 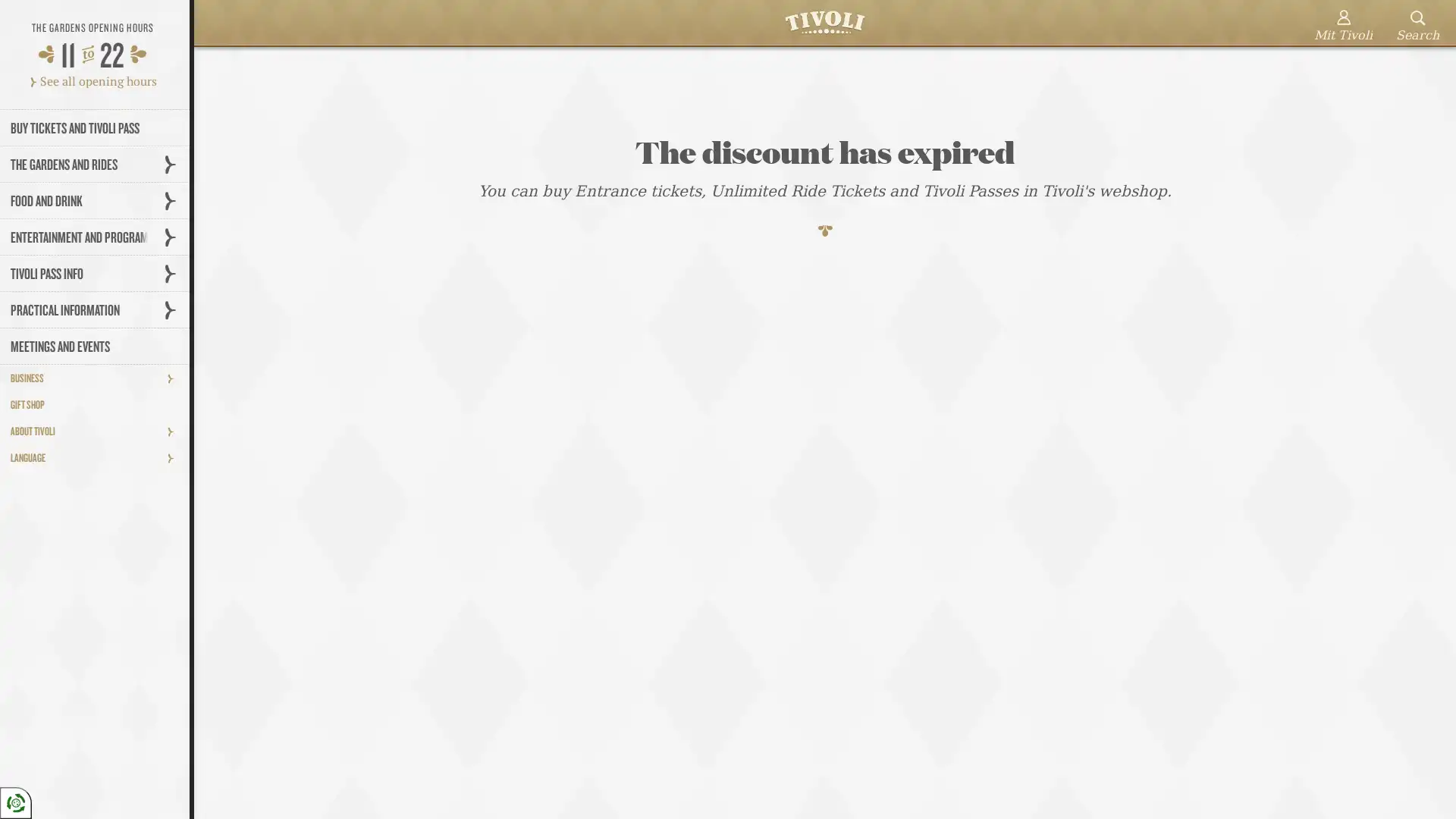 I want to click on Practical information, so click(x=174, y=309).